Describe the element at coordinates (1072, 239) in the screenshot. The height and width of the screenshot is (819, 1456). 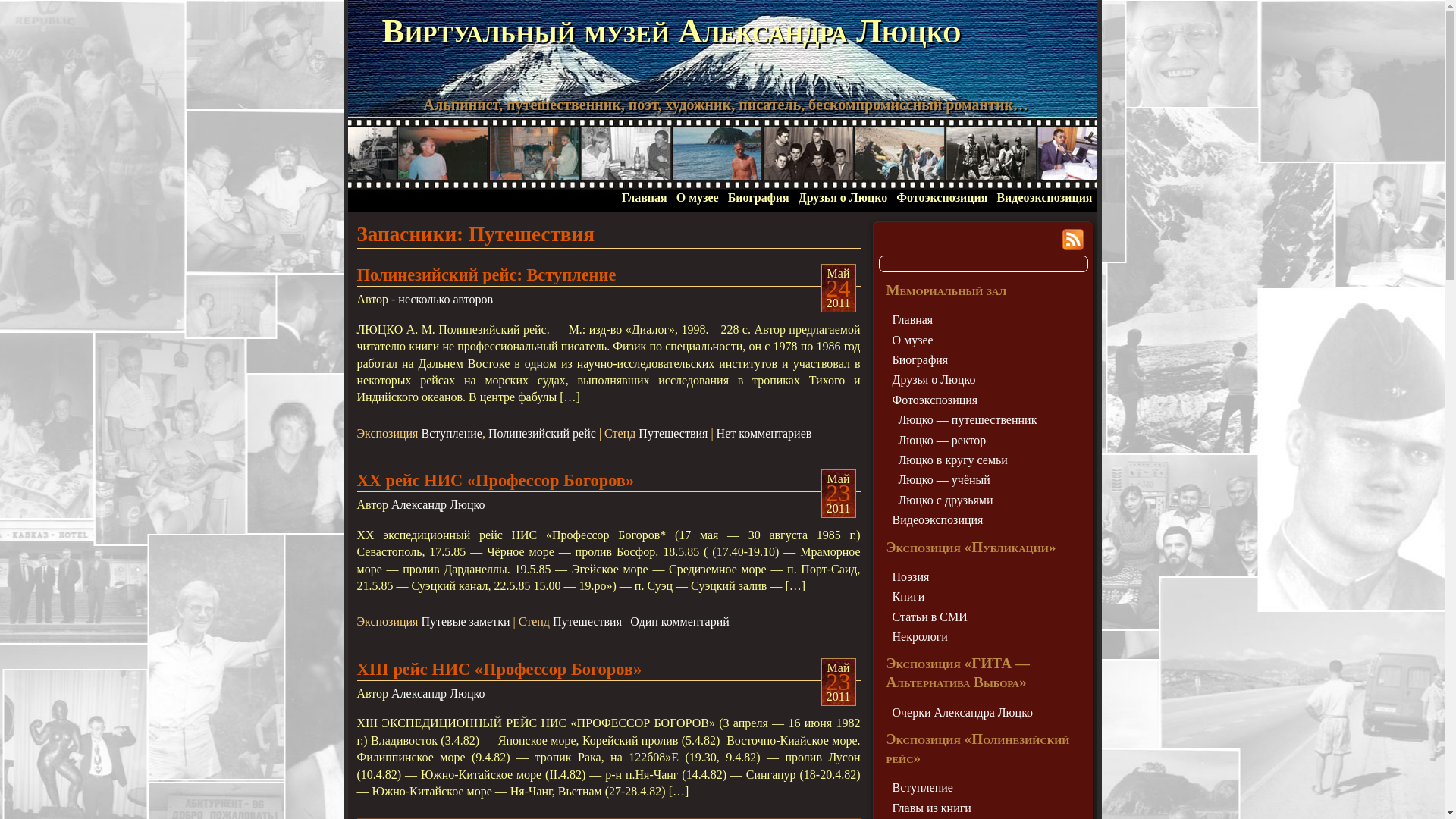
I see `'Syndicate this site using RSS'` at that location.